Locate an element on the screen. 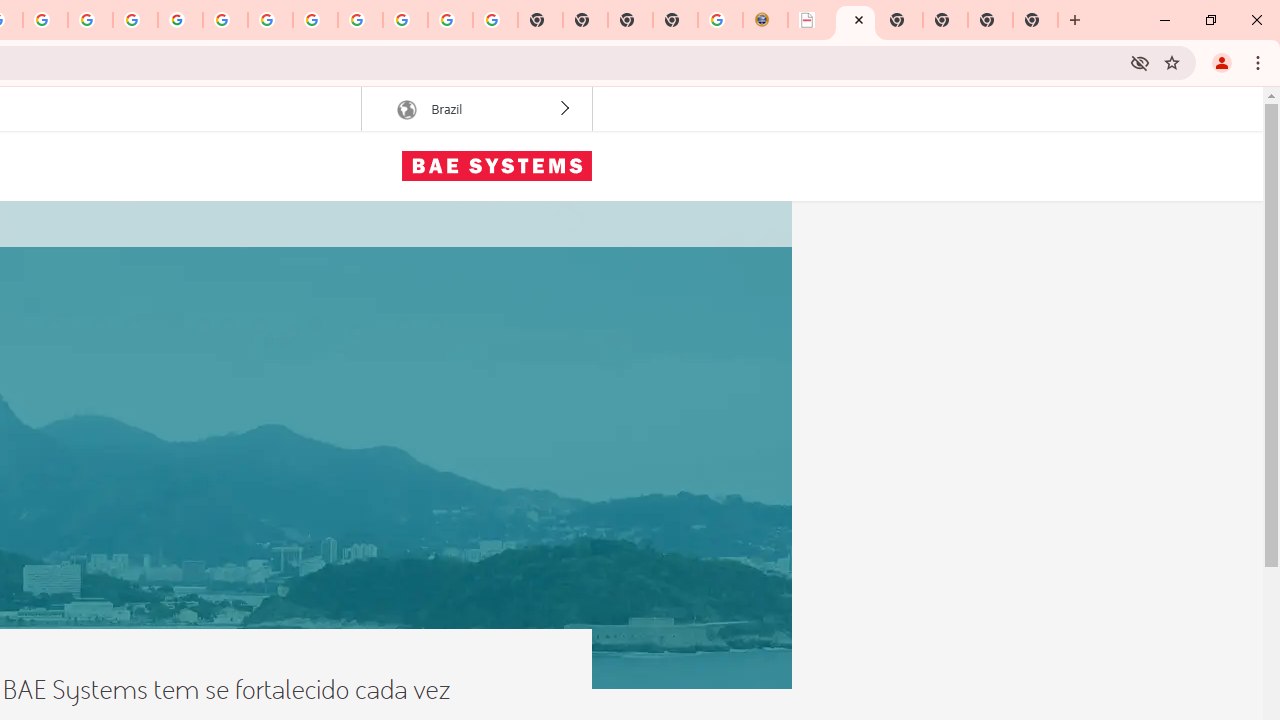 This screenshot has width=1280, height=720. 'BAE Systems Brasil | BAE Systems' is located at coordinates (855, 20).